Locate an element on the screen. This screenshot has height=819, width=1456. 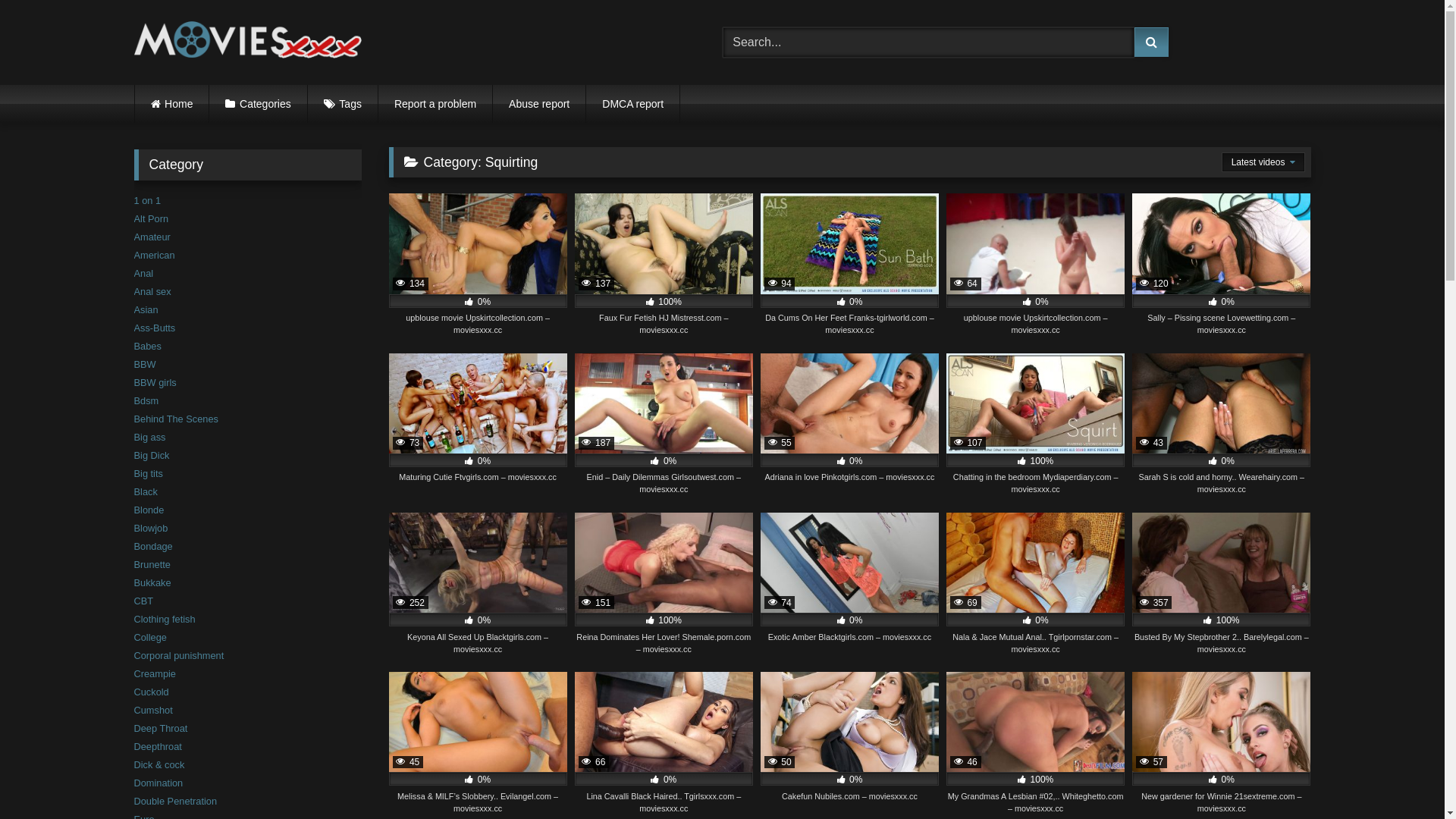
'Anal sex' is located at coordinates (152, 291).